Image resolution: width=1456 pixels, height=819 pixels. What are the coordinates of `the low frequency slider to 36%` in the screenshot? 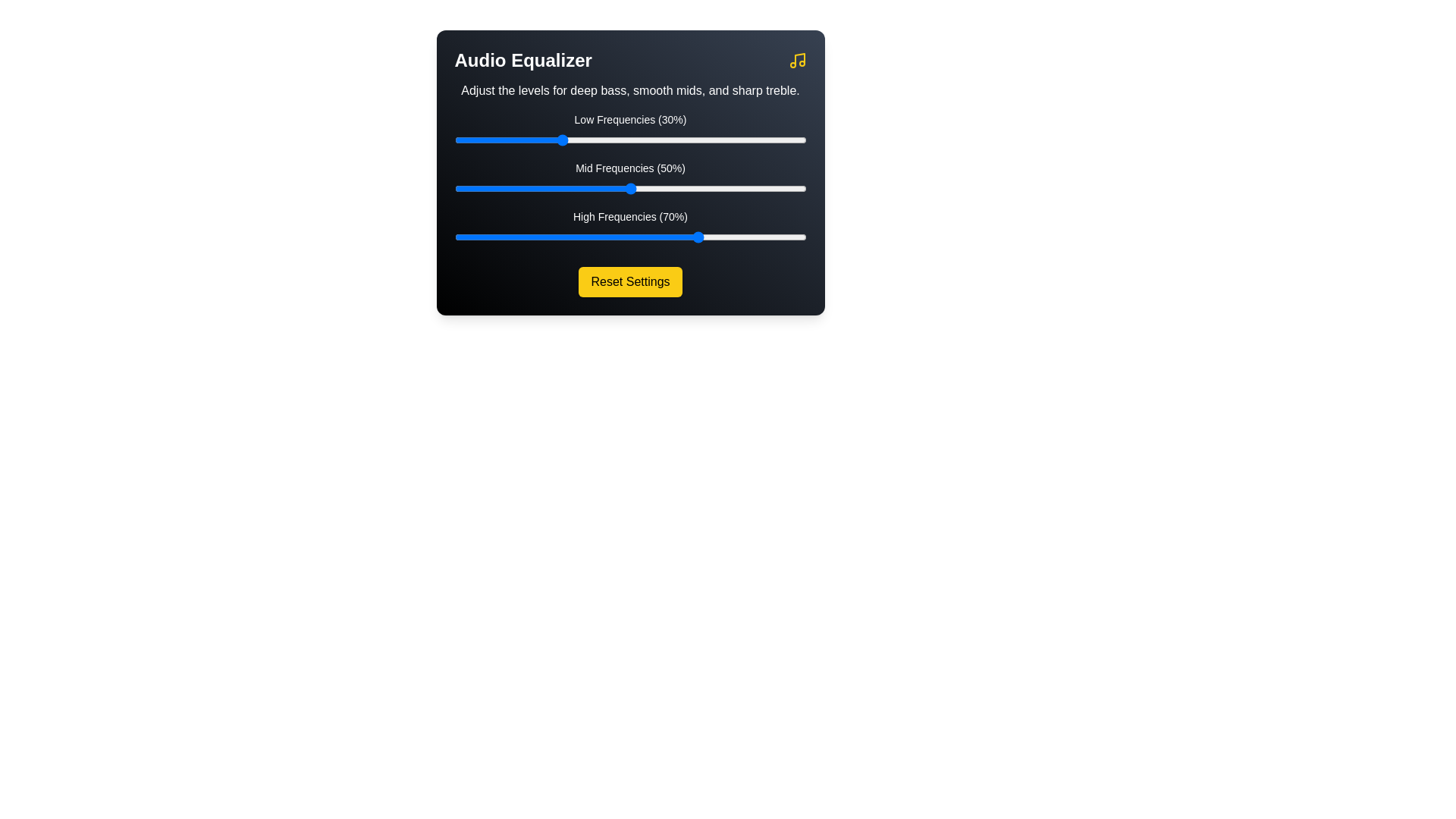 It's located at (580, 140).